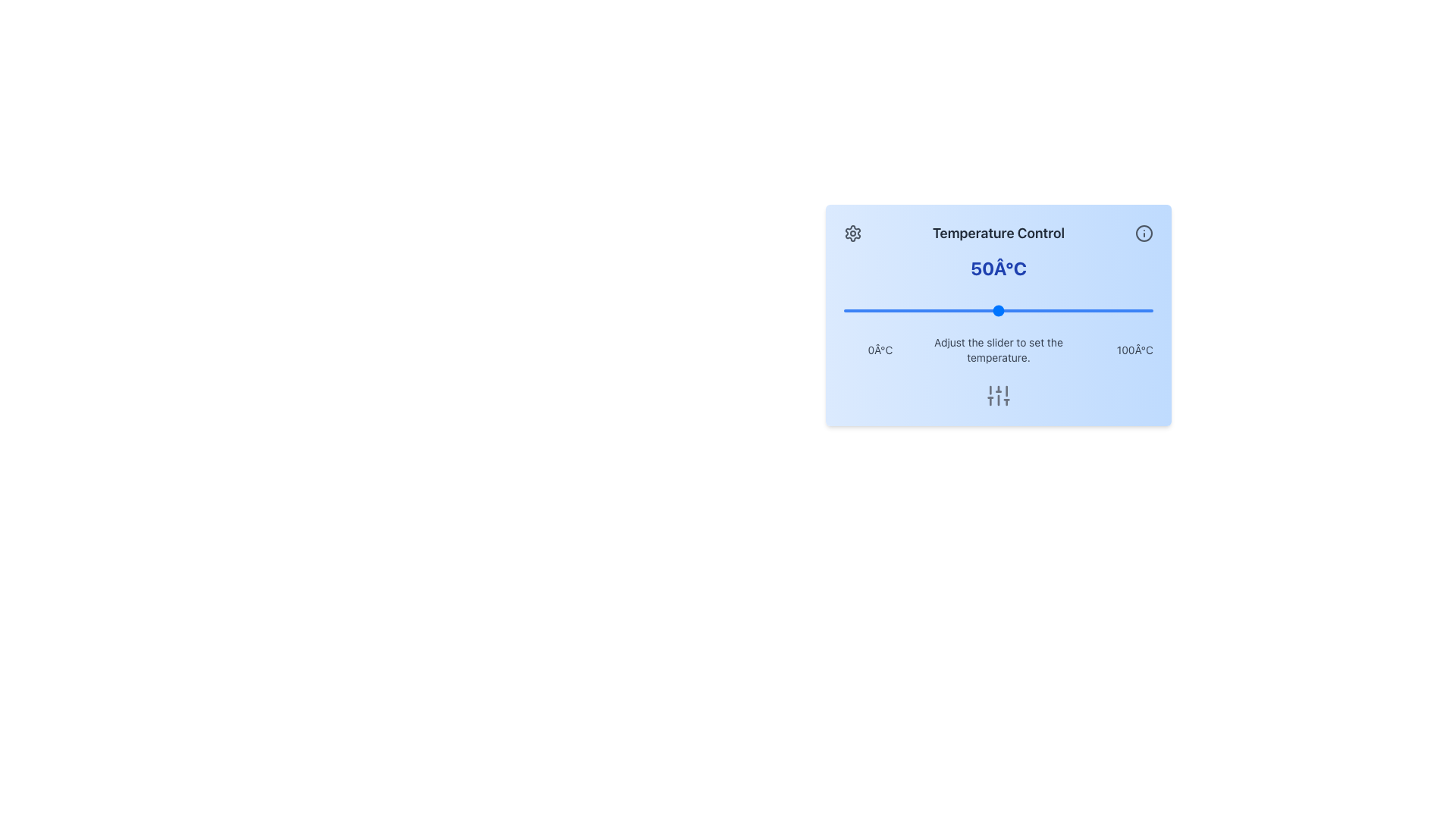 This screenshot has width=1456, height=819. I want to click on temperature, so click(868, 309).